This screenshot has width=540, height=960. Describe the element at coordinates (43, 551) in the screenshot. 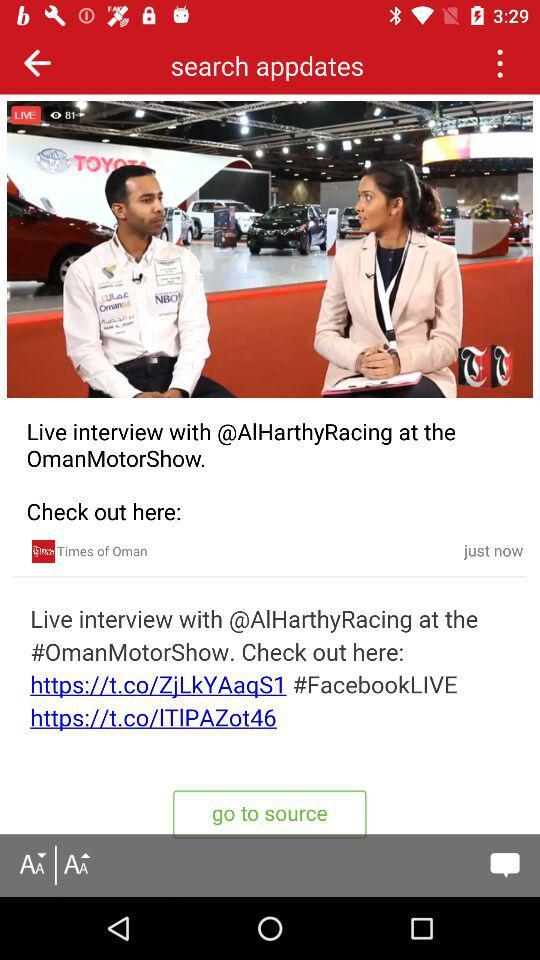

I see `open the times of oman` at that location.